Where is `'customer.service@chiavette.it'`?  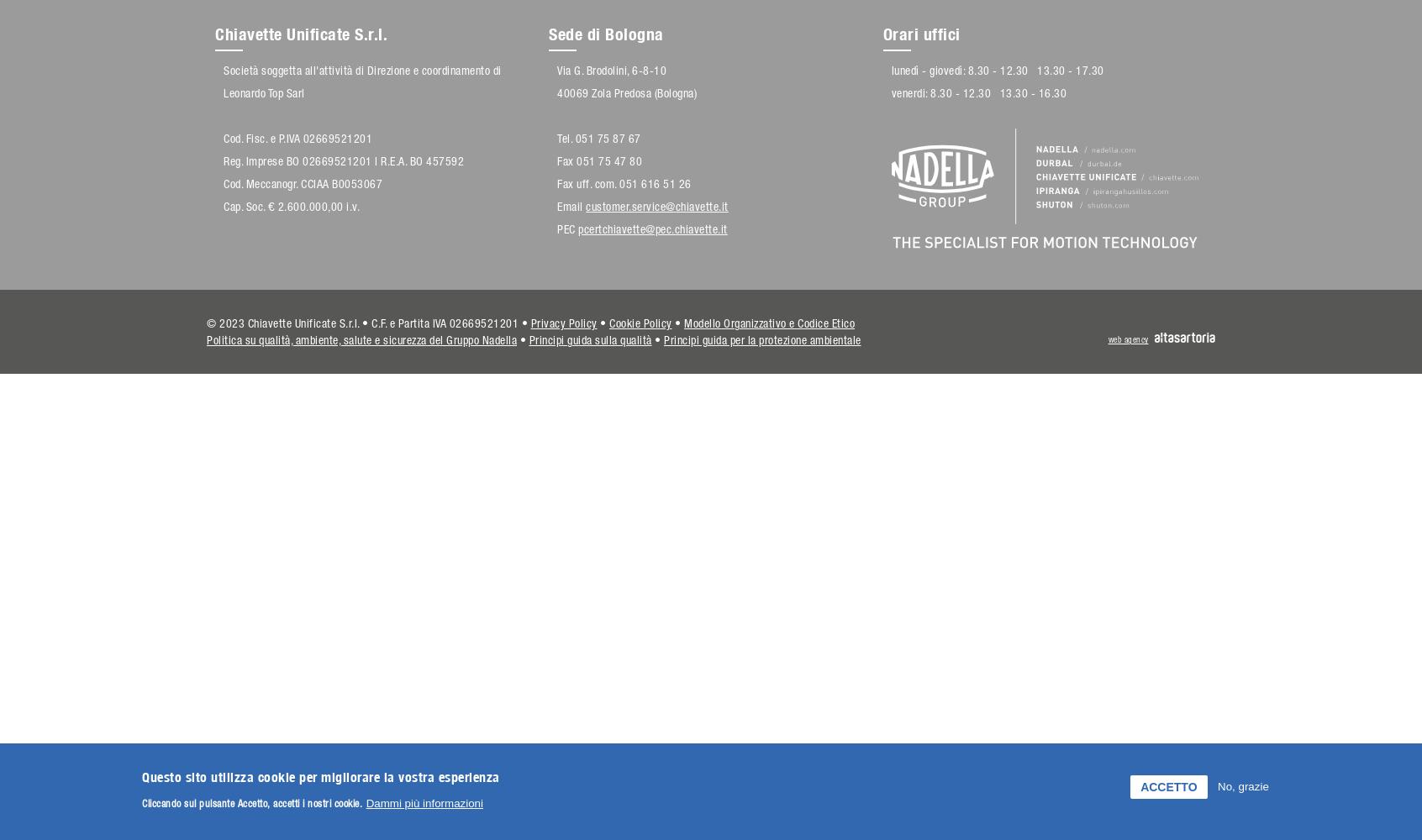
'customer.service@chiavette.it' is located at coordinates (656, 206).